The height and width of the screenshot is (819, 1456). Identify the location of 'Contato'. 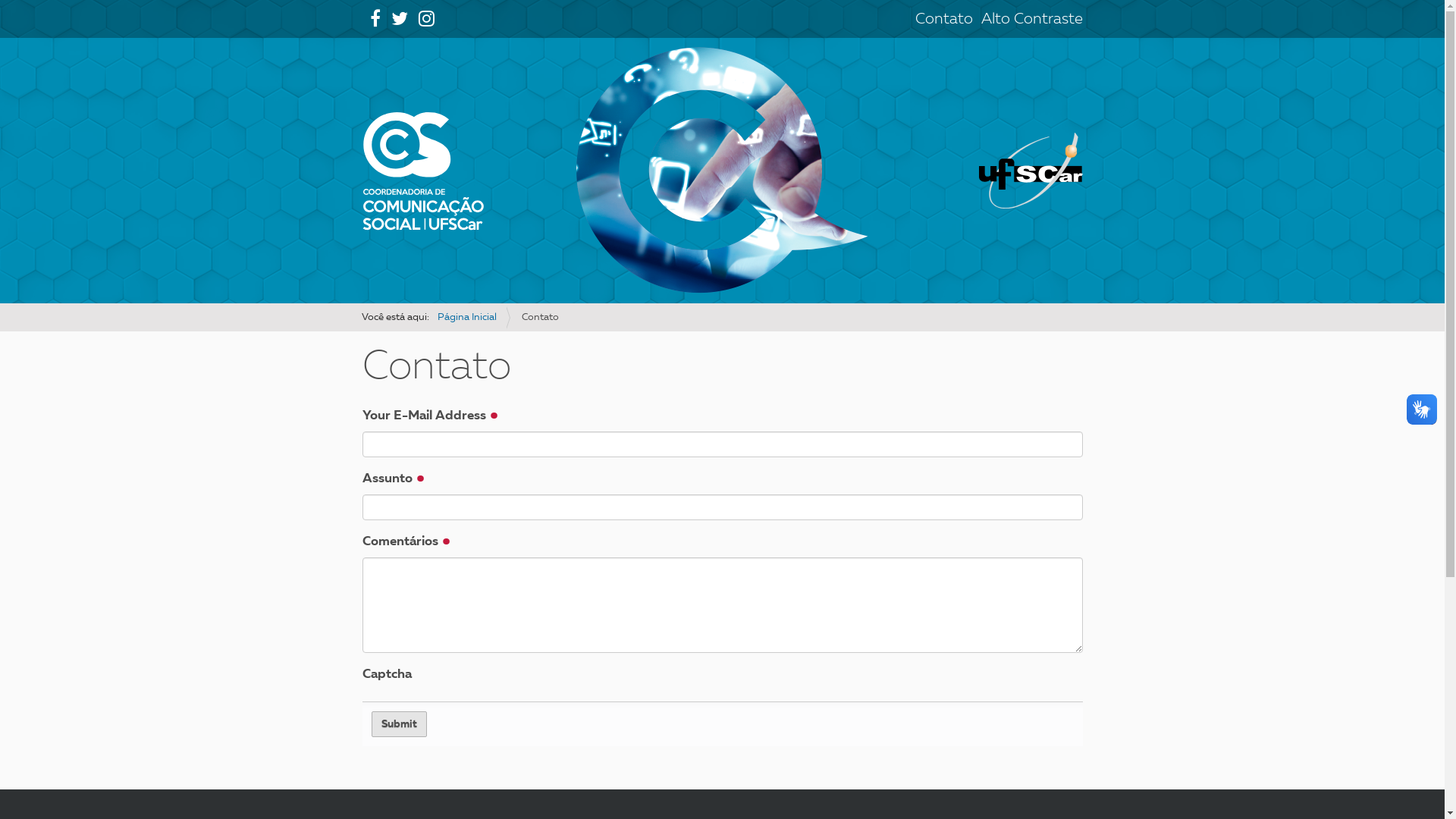
(942, 20).